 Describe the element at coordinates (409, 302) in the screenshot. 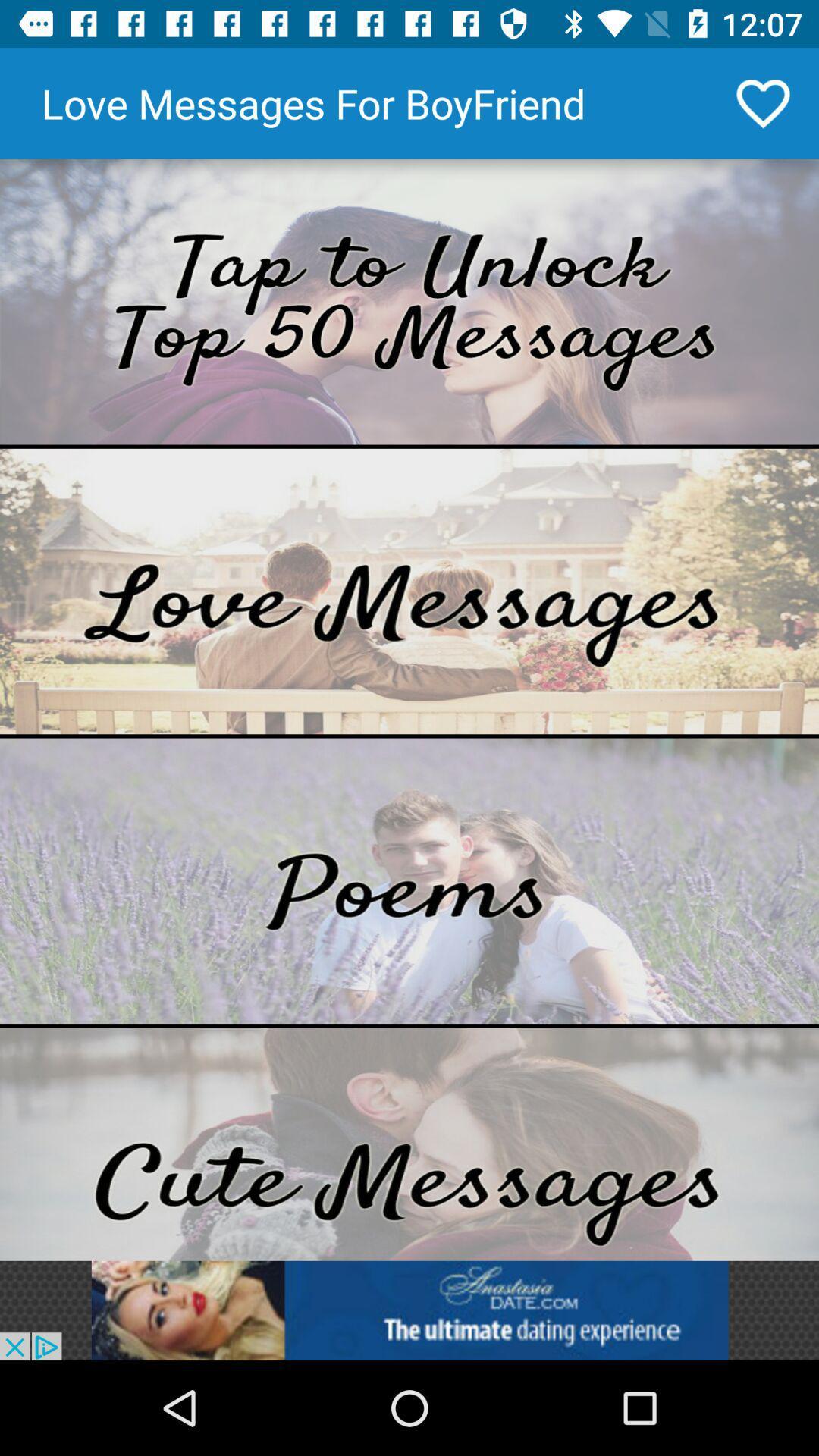

I see `unlock more messages` at that location.